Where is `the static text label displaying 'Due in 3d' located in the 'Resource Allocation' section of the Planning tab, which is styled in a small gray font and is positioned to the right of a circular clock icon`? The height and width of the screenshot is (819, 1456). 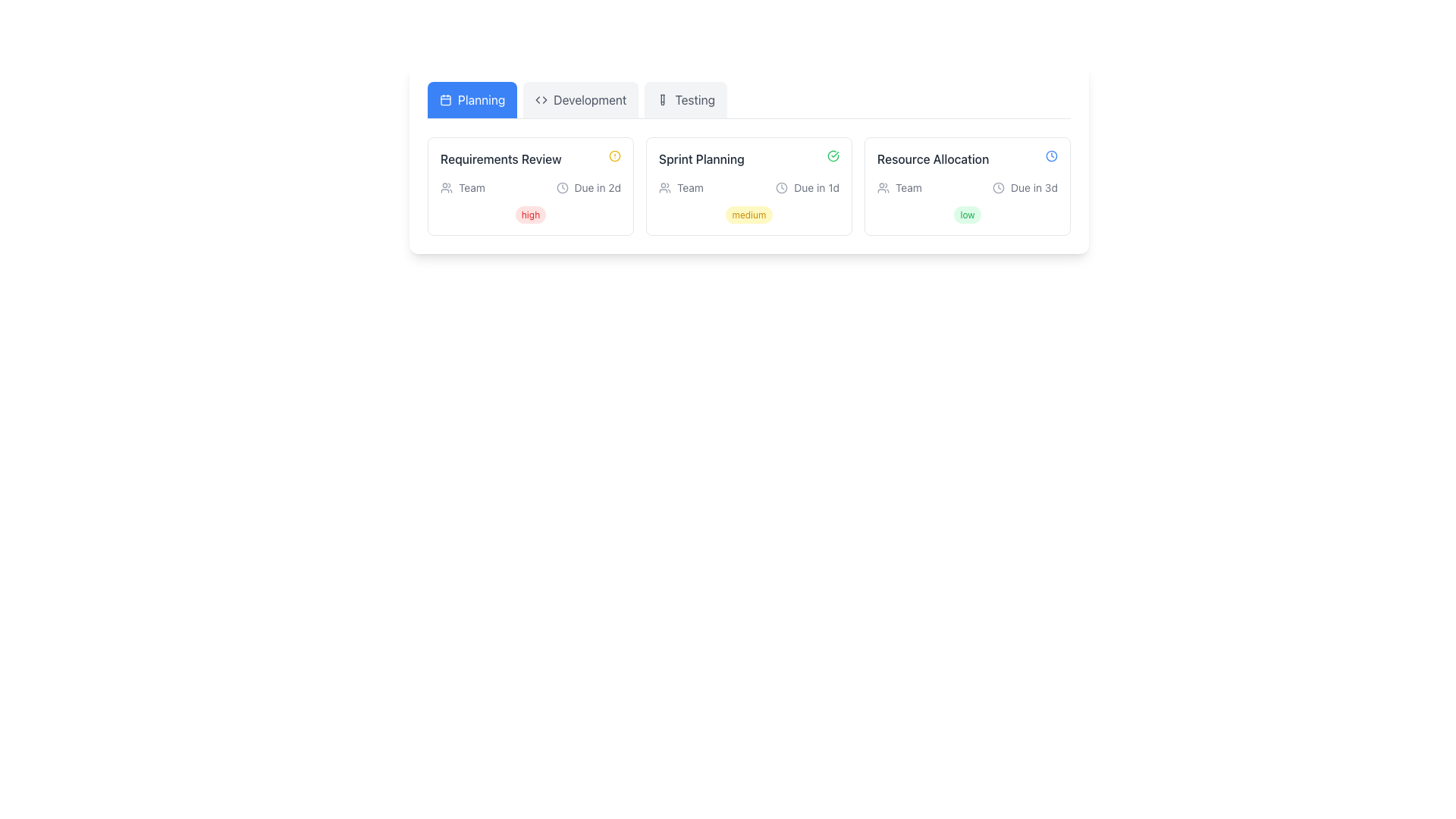 the static text label displaying 'Due in 3d' located in the 'Resource Allocation' section of the Planning tab, which is styled in a small gray font and is positioned to the right of a circular clock icon is located at coordinates (1033, 187).